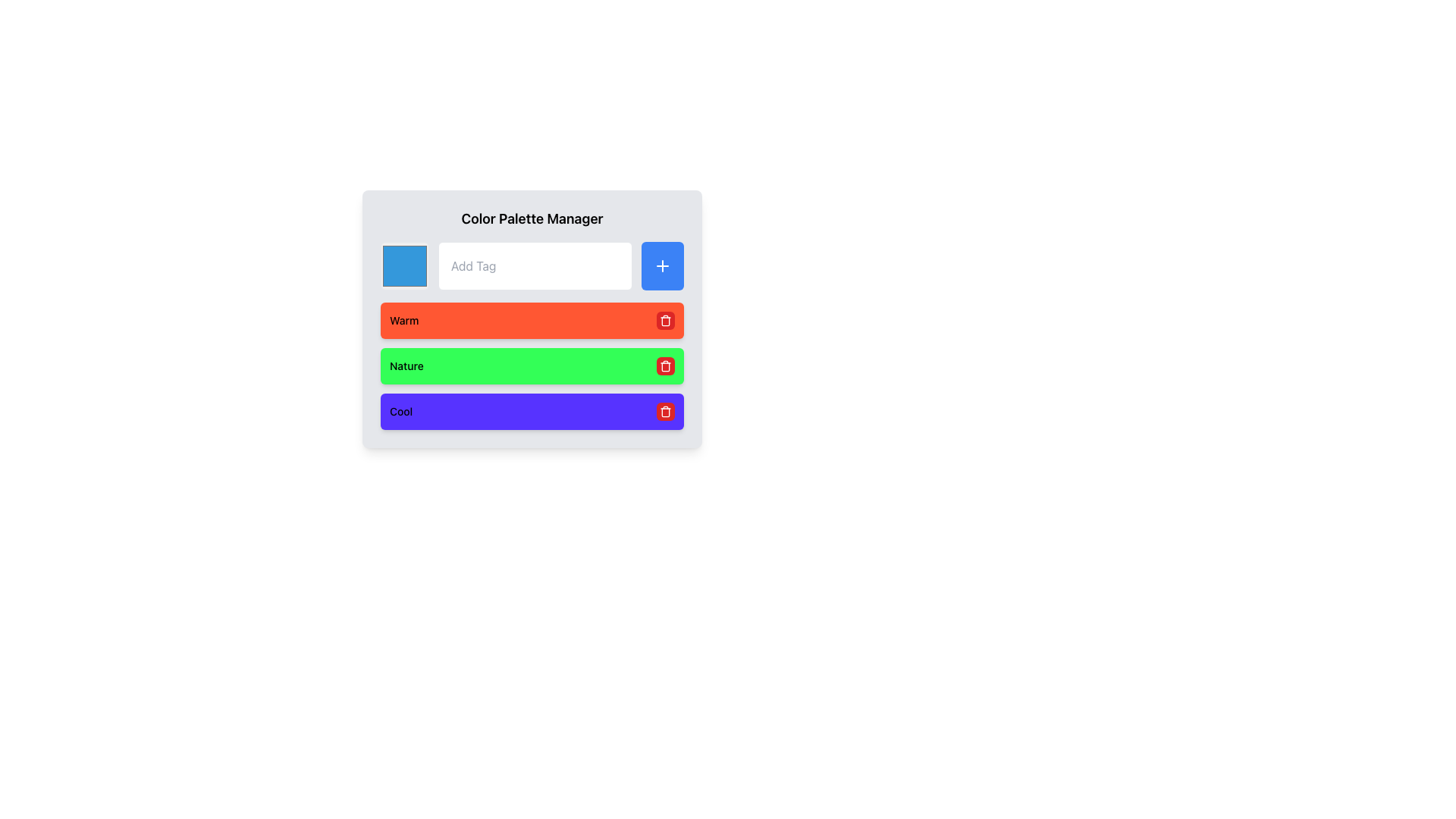  What do you see at coordinates (666, 366) in the screenshot?
I see `the delete icon button associated with the 'Nature' item, located at the rightmost edge of the green-colored item in the list` at bounding box center [666, 366].